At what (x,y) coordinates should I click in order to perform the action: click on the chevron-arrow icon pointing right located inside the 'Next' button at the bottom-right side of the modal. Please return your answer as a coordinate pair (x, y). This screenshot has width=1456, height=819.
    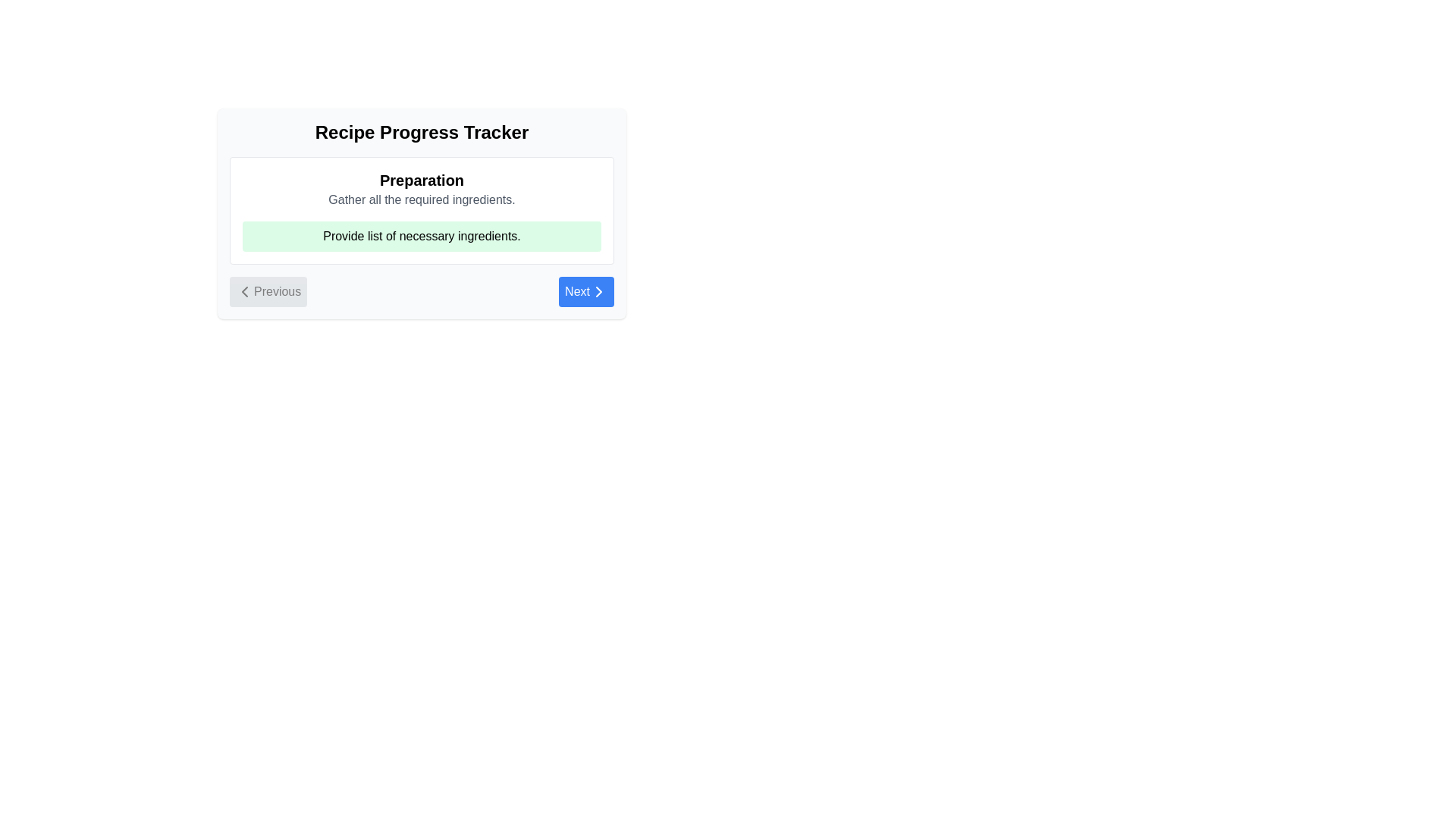
    Looking at the image, I should click on (598, 292).